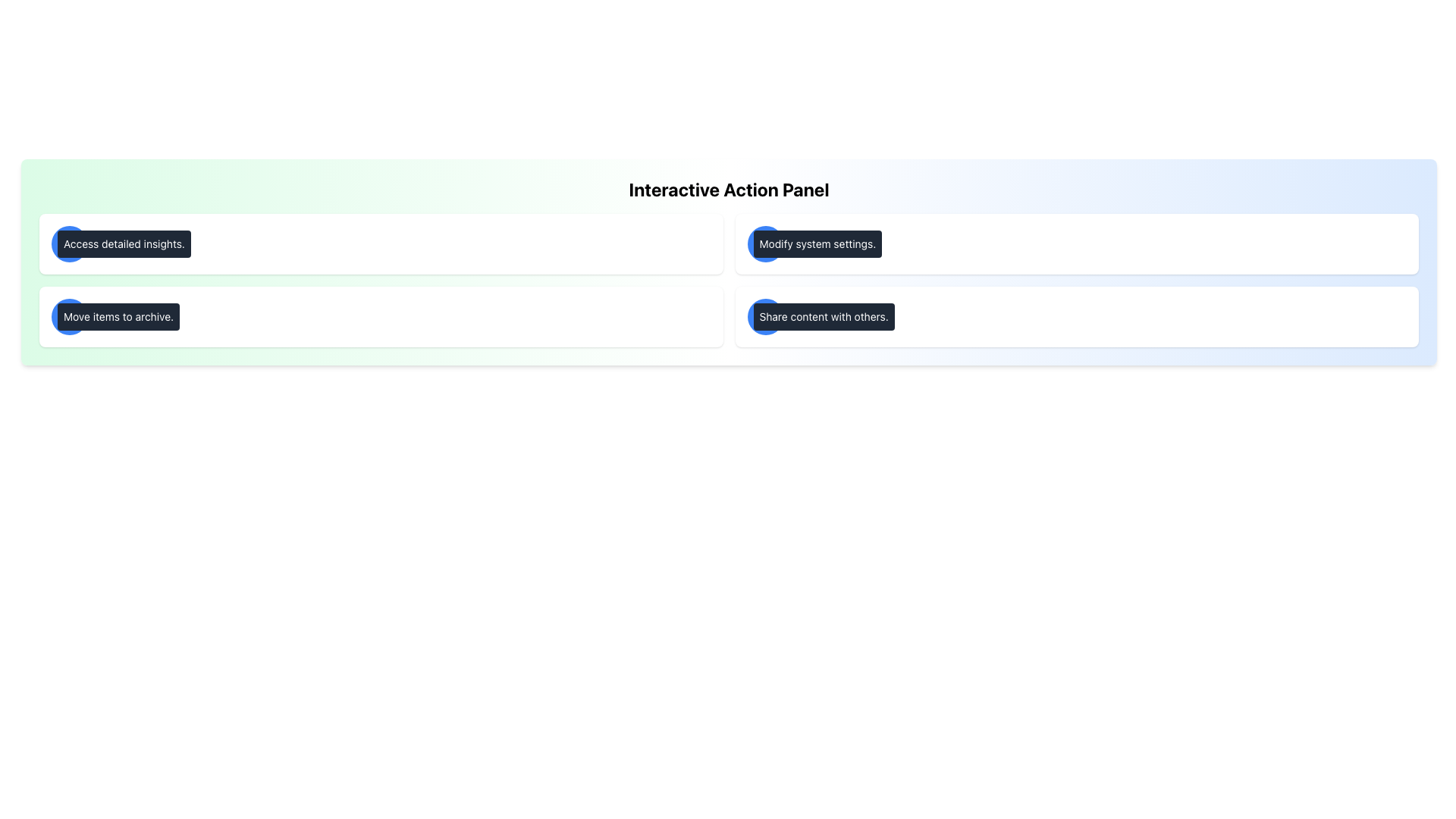 Image resolution: width=1456 pixels, height=819 pixels. What do you see at coordinates (124, 315) in the screenshot?
I see `the text label displaying 'Archive' in bold gray font, located to the right of a circular blue icon within the second rectangular card in the vertical list` at bounding box center [124, 315].